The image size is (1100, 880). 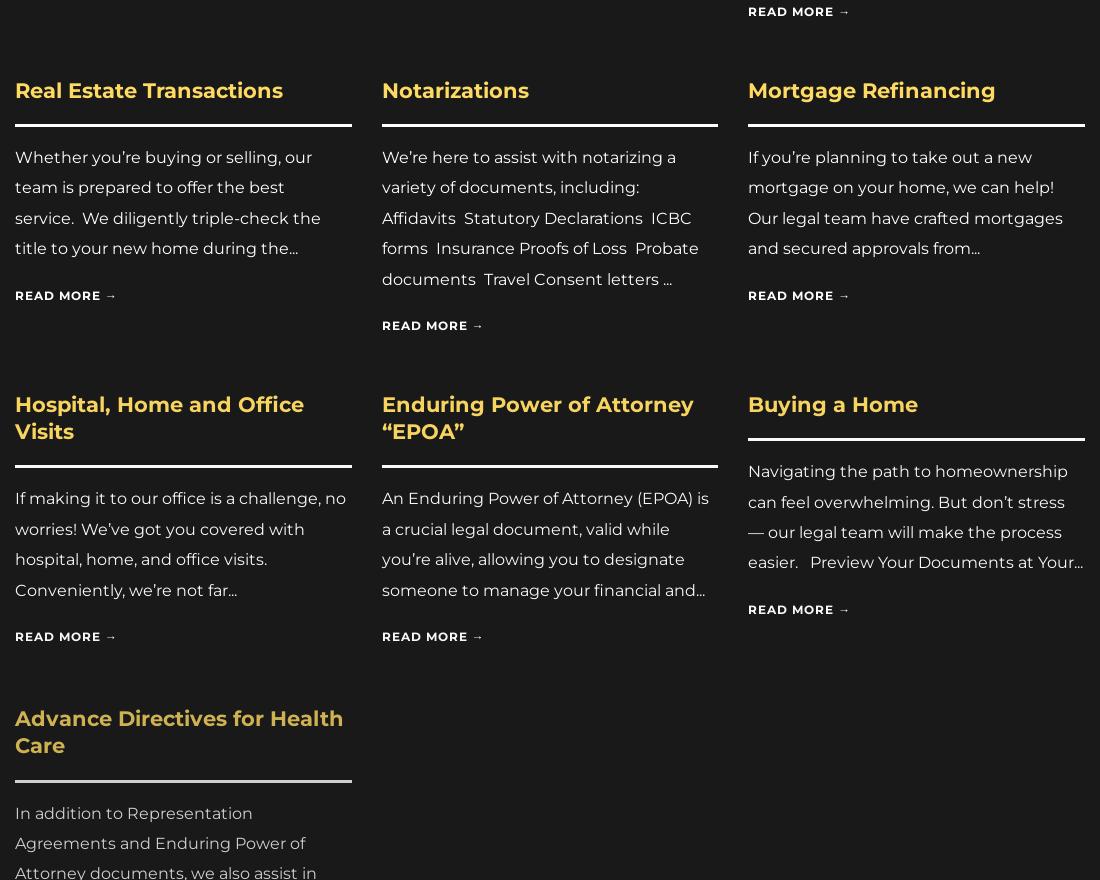 I want to click on 'Notarizations', so click(x=453, y=88).